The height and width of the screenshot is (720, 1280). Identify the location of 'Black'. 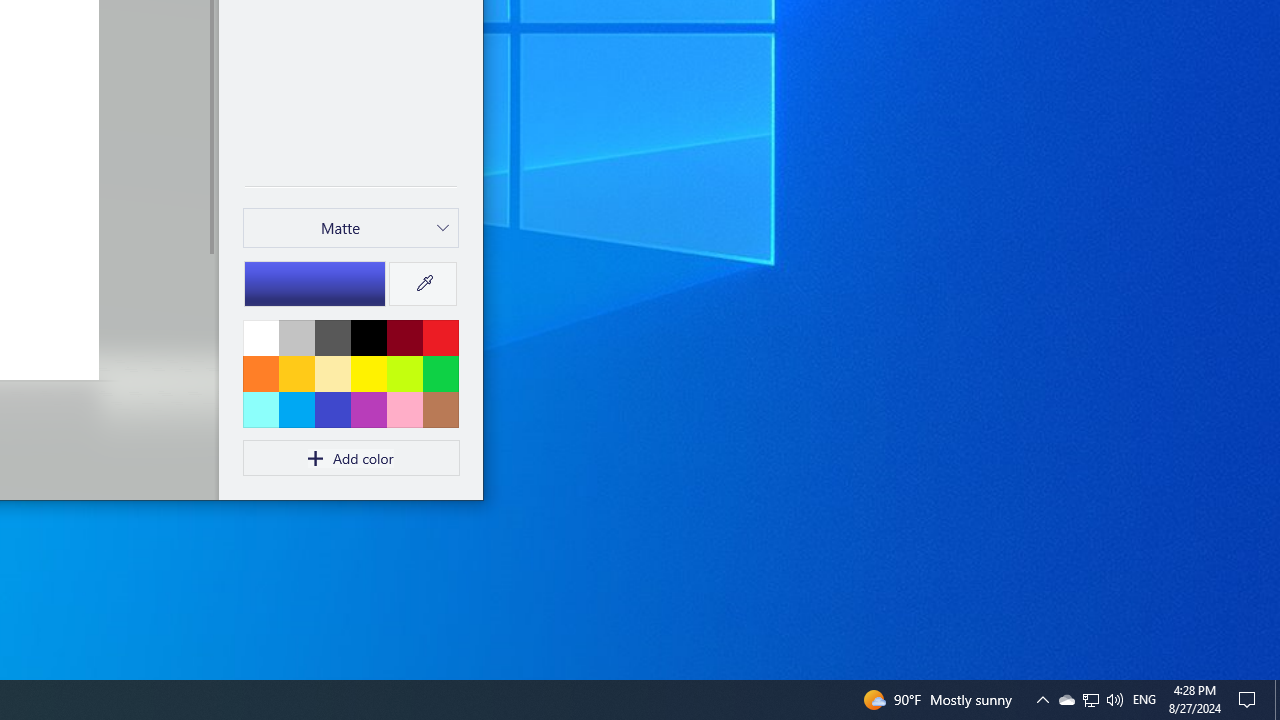
(368, 336).